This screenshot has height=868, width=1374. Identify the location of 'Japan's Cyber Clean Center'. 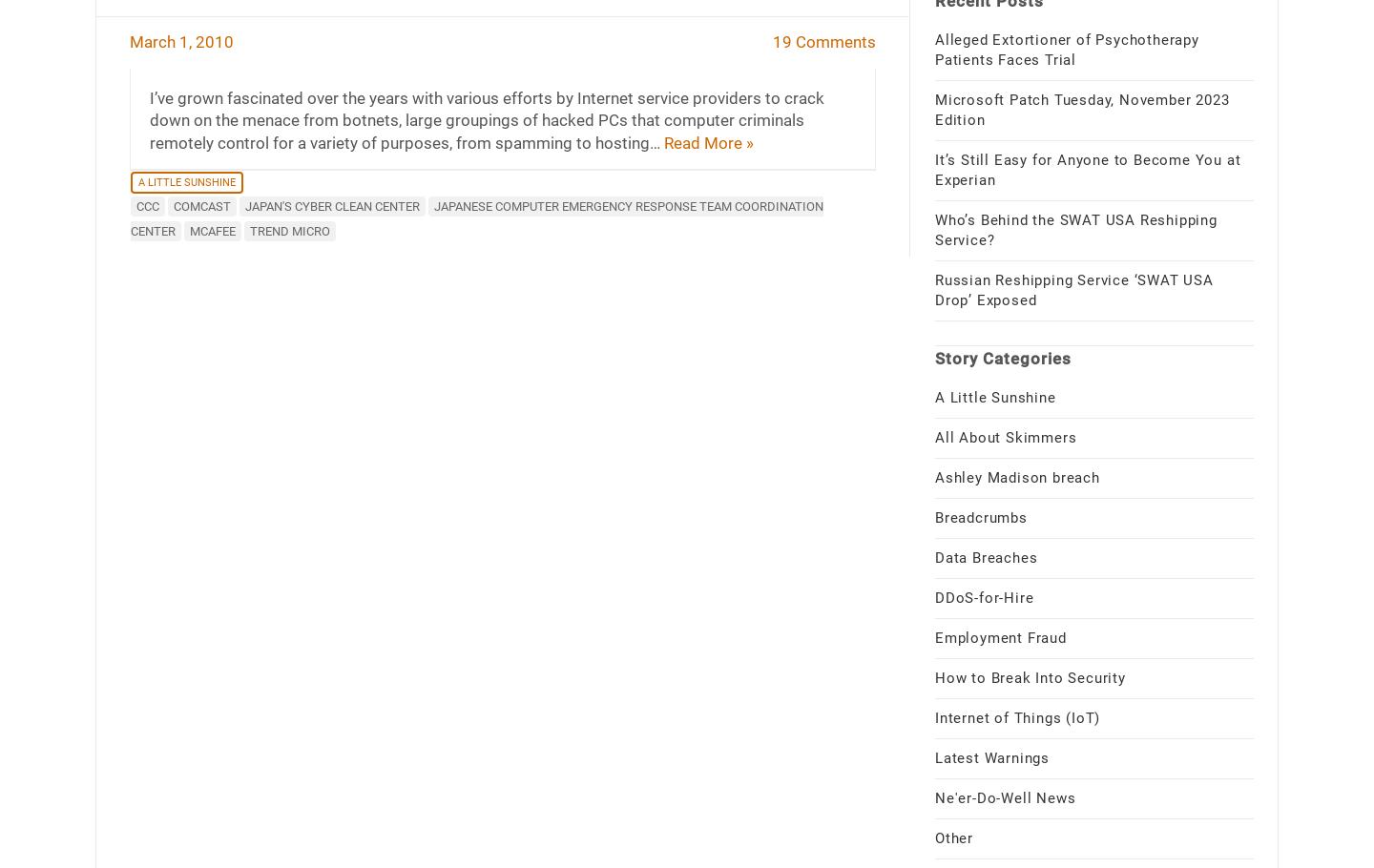
(331, 205).